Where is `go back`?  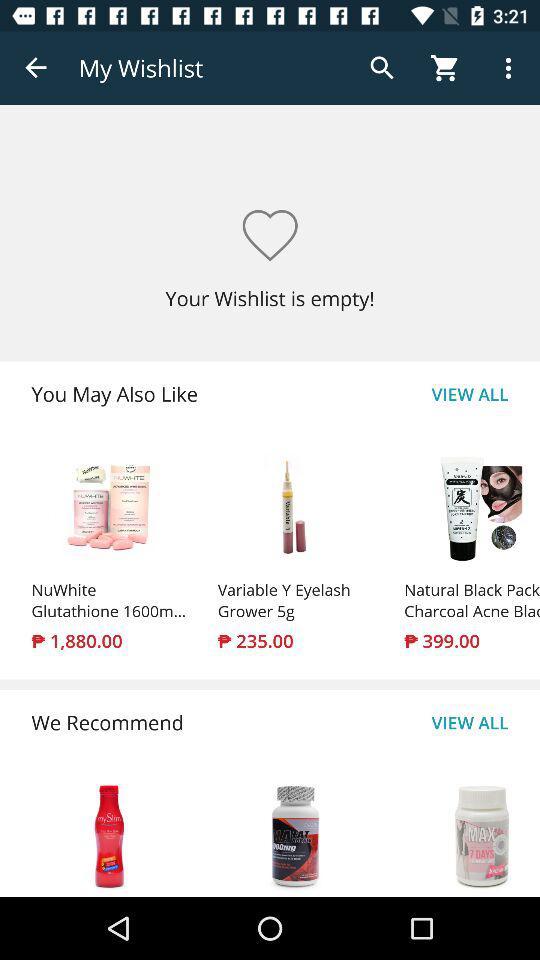 go back is located at coordinates (36, 68).